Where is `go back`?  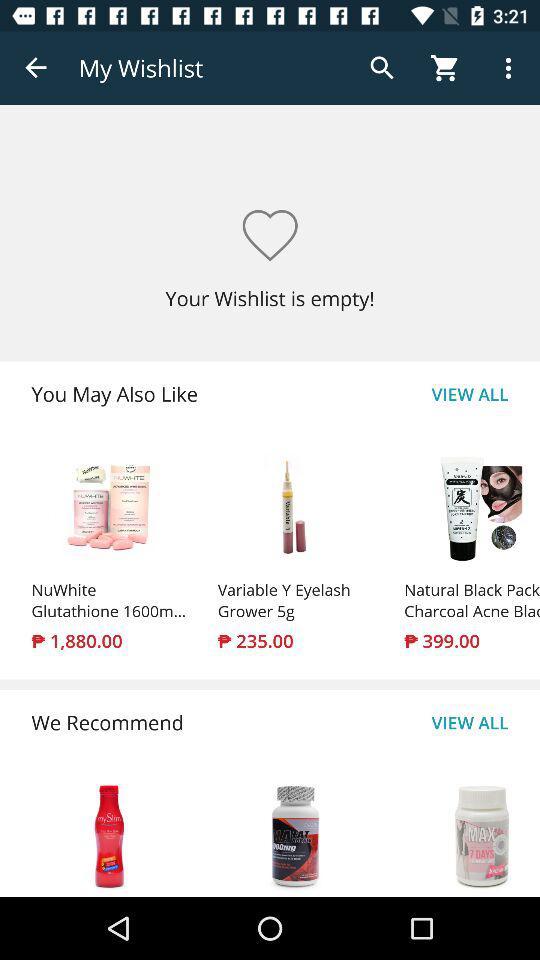 go back is located at coordinates (36, 68).